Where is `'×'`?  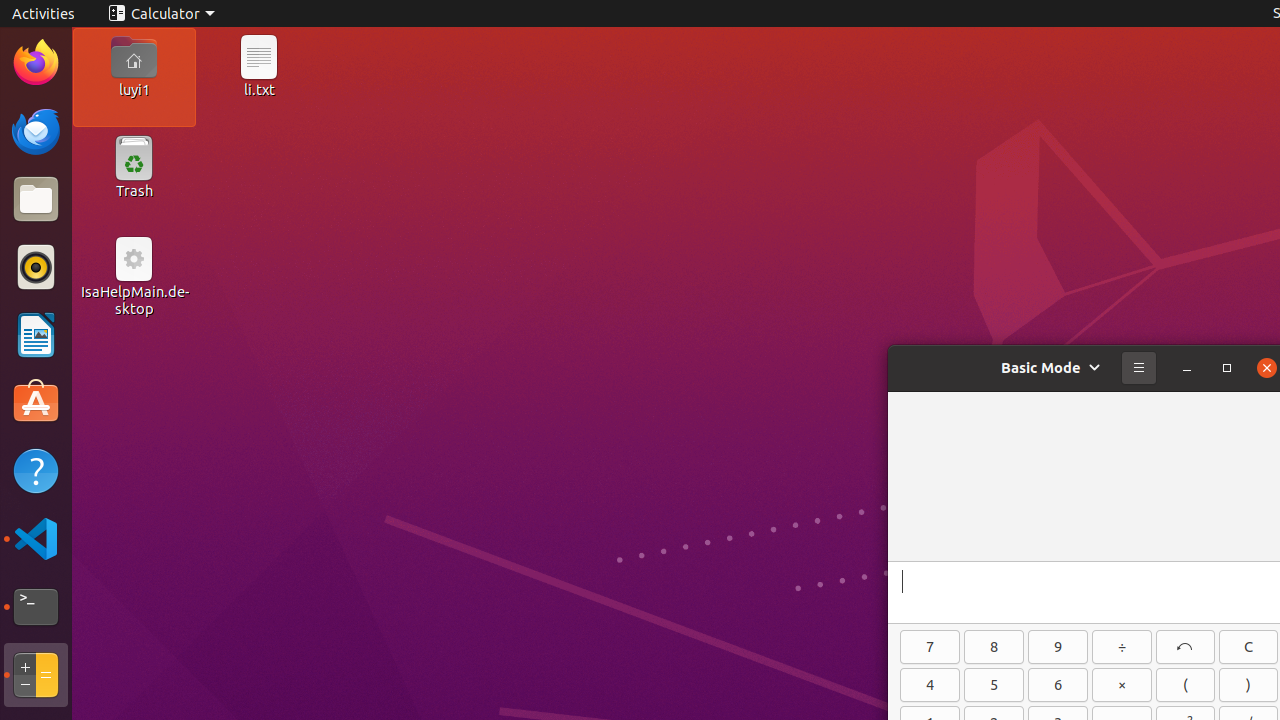 '×' is located at coordinates (1122, 684).